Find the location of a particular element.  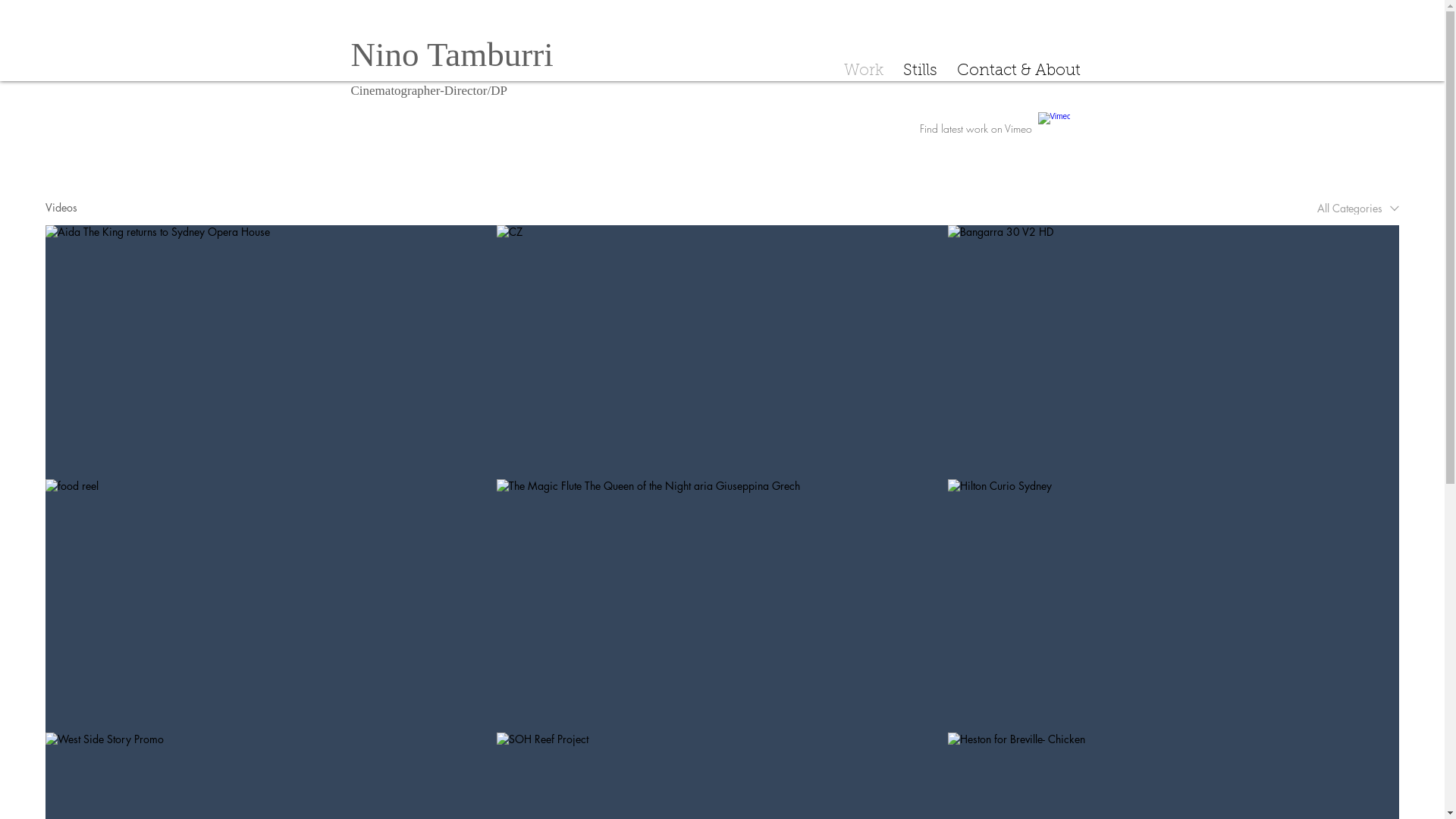

'Stills' is located at coordinates (893, 67).